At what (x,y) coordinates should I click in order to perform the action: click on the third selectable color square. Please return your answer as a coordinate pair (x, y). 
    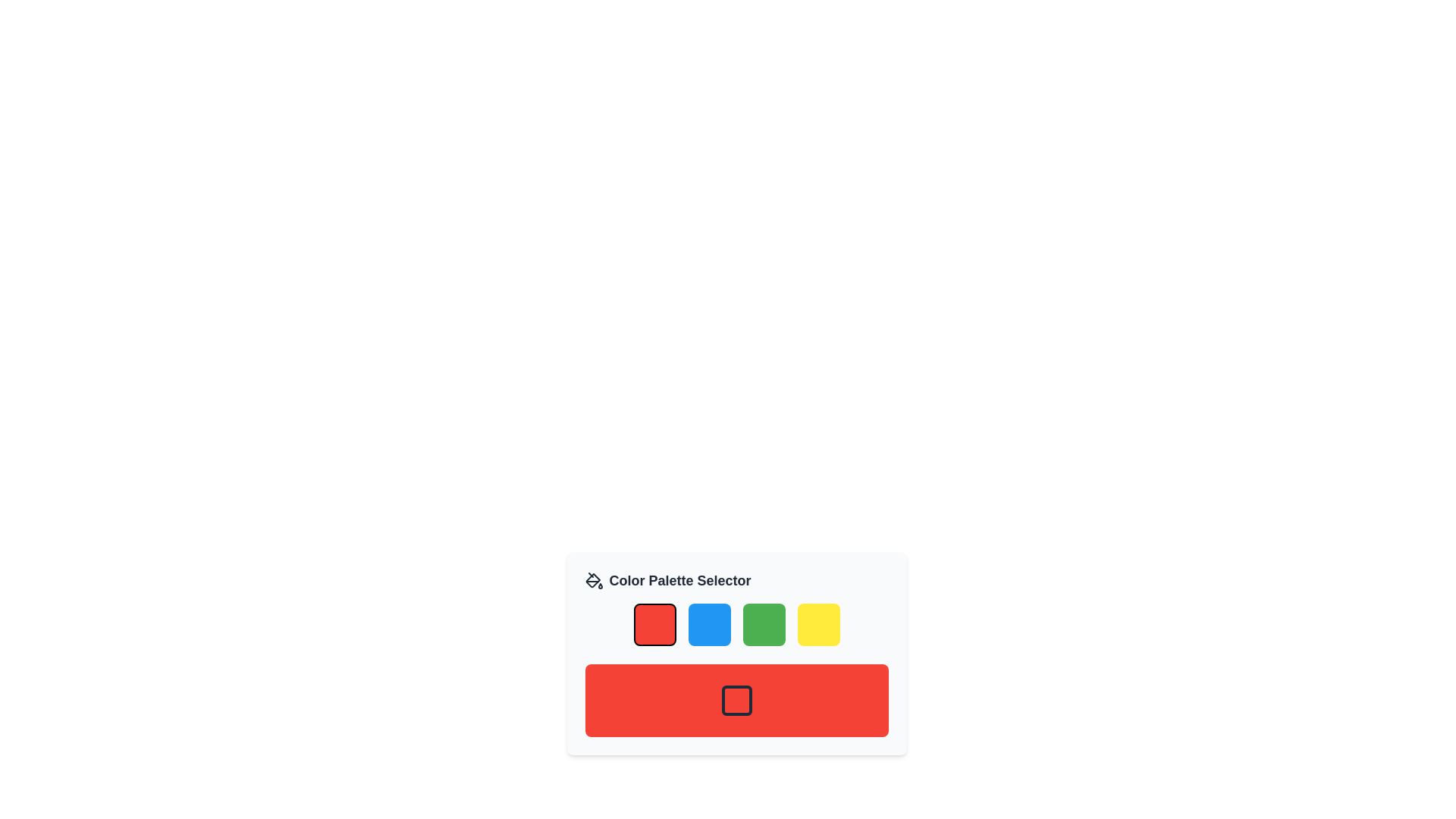
    Looking at the image, I should click on (764, 625).